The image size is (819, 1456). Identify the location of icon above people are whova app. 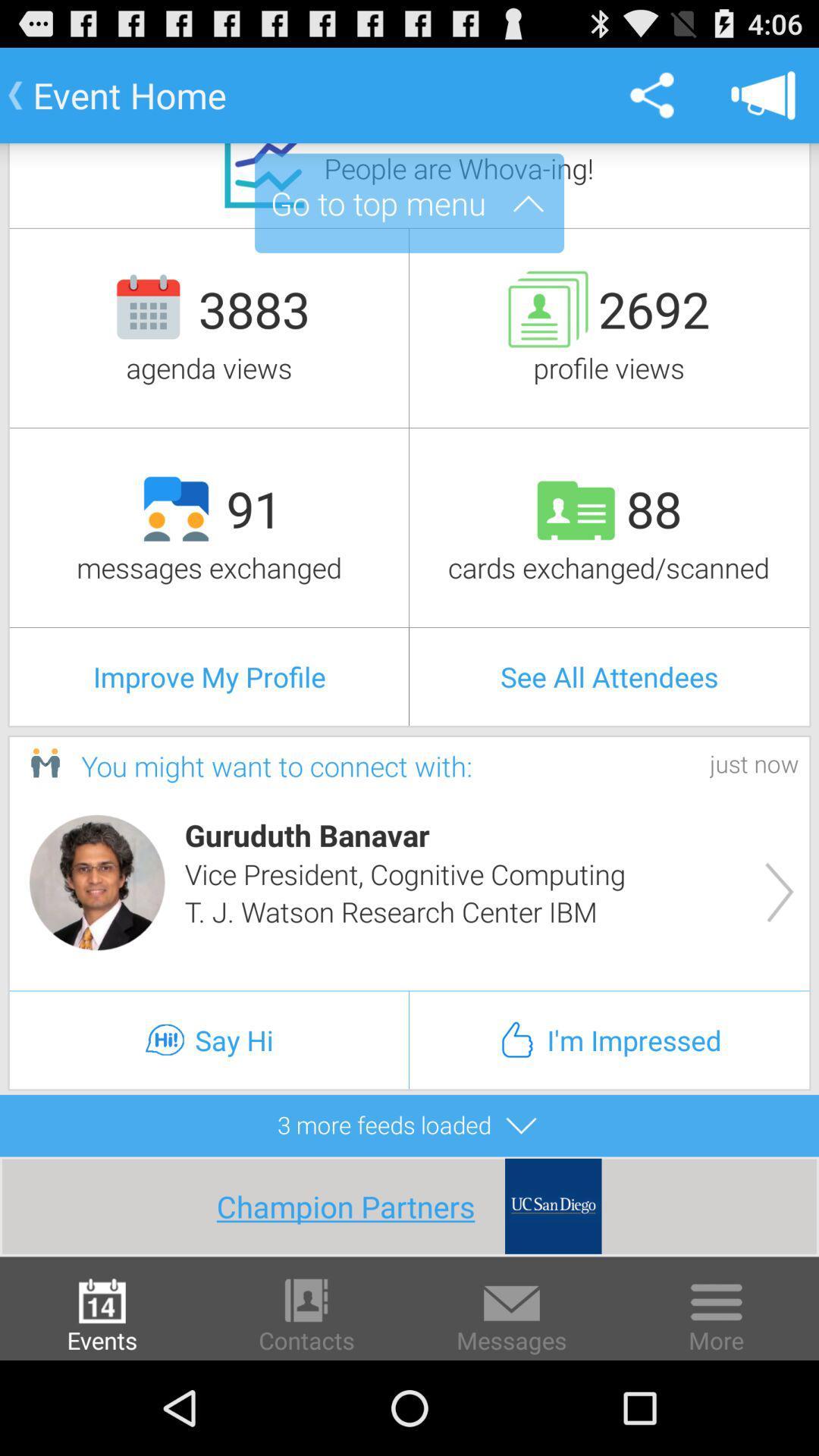
(651, 94).